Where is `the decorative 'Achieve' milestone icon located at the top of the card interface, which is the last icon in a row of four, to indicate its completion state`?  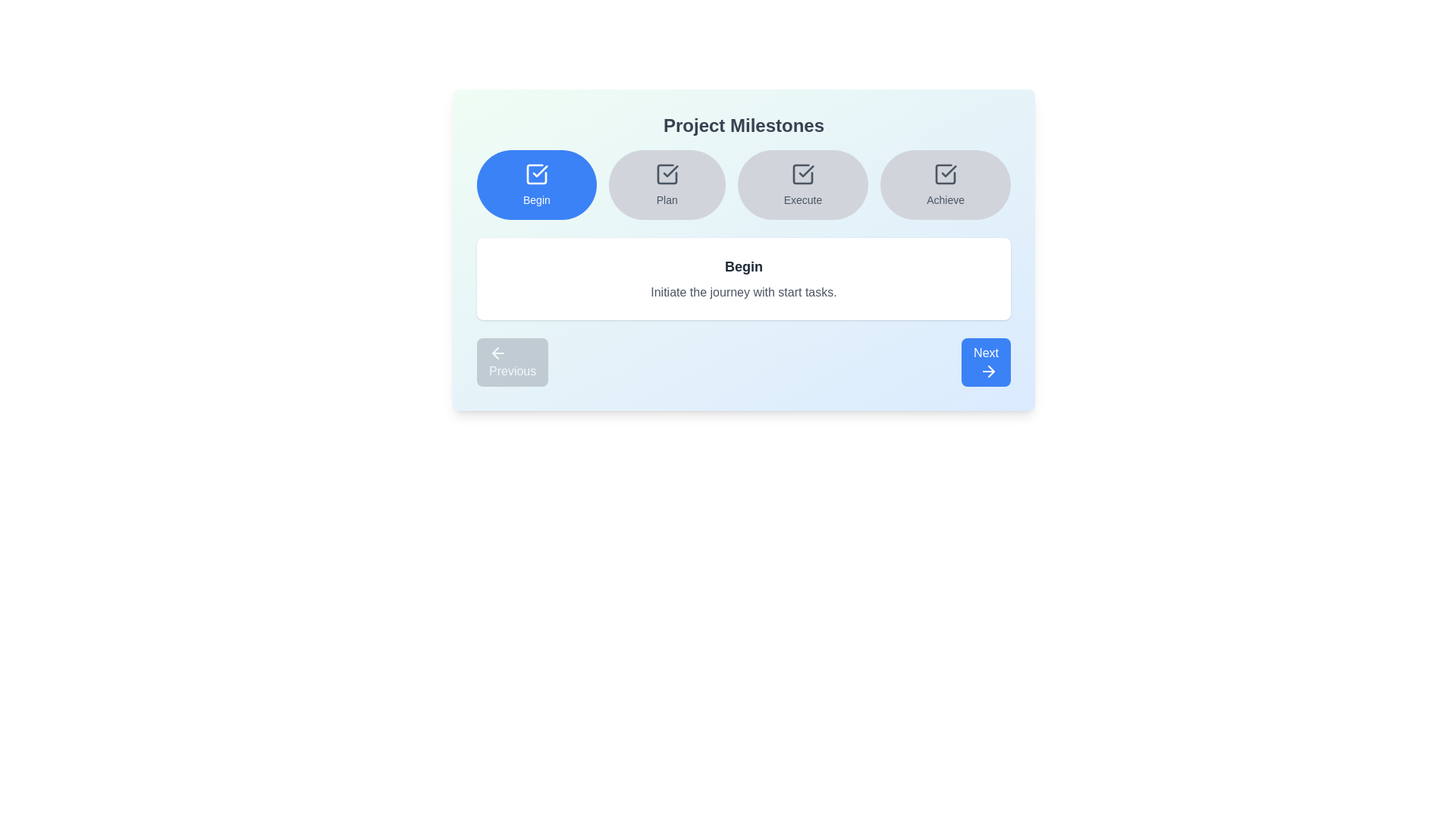
the decorative 'Achieve' milestone icon located at the top of the card interface, which is the last icon in a row of four, to indicate its completion state is located at coordinates (945, 174).